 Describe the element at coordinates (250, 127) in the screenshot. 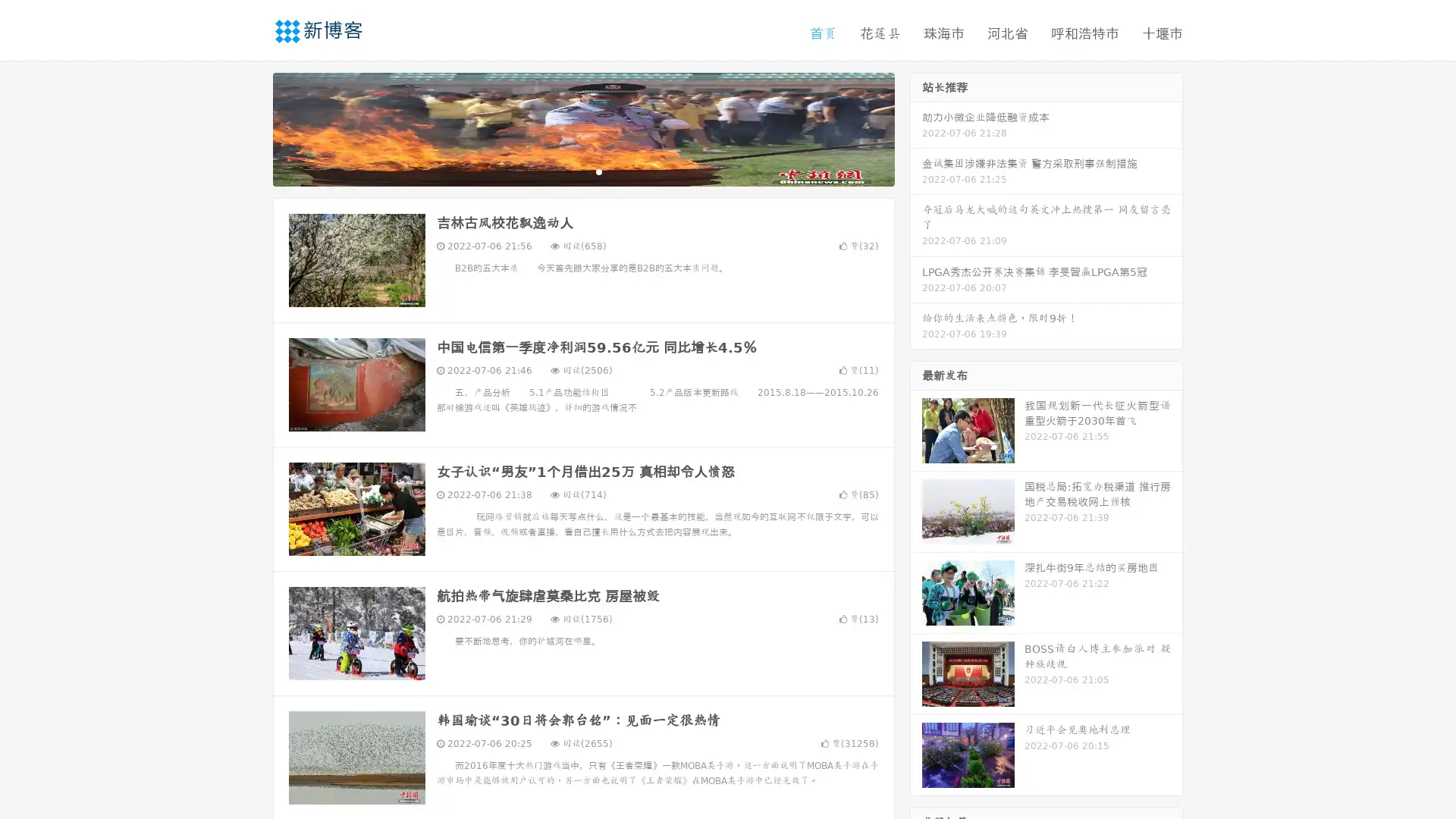

I see `Previous slide` at that location.